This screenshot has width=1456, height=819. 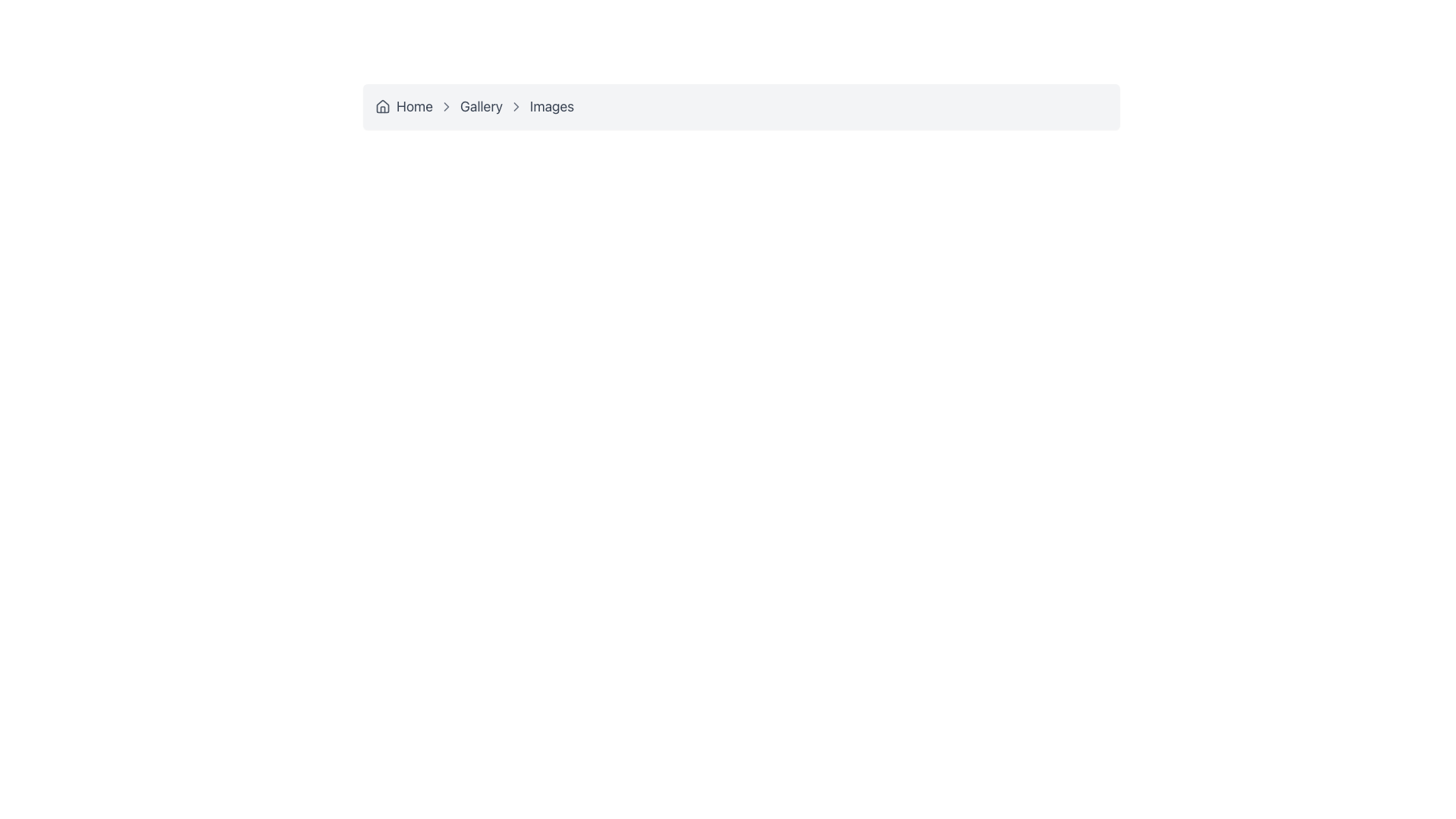 I want to click on the 'Home' link with a house-shaped icon in the breadcrumb navigation bar, located at the upper-left of the interface, so click(x=403, y=106).